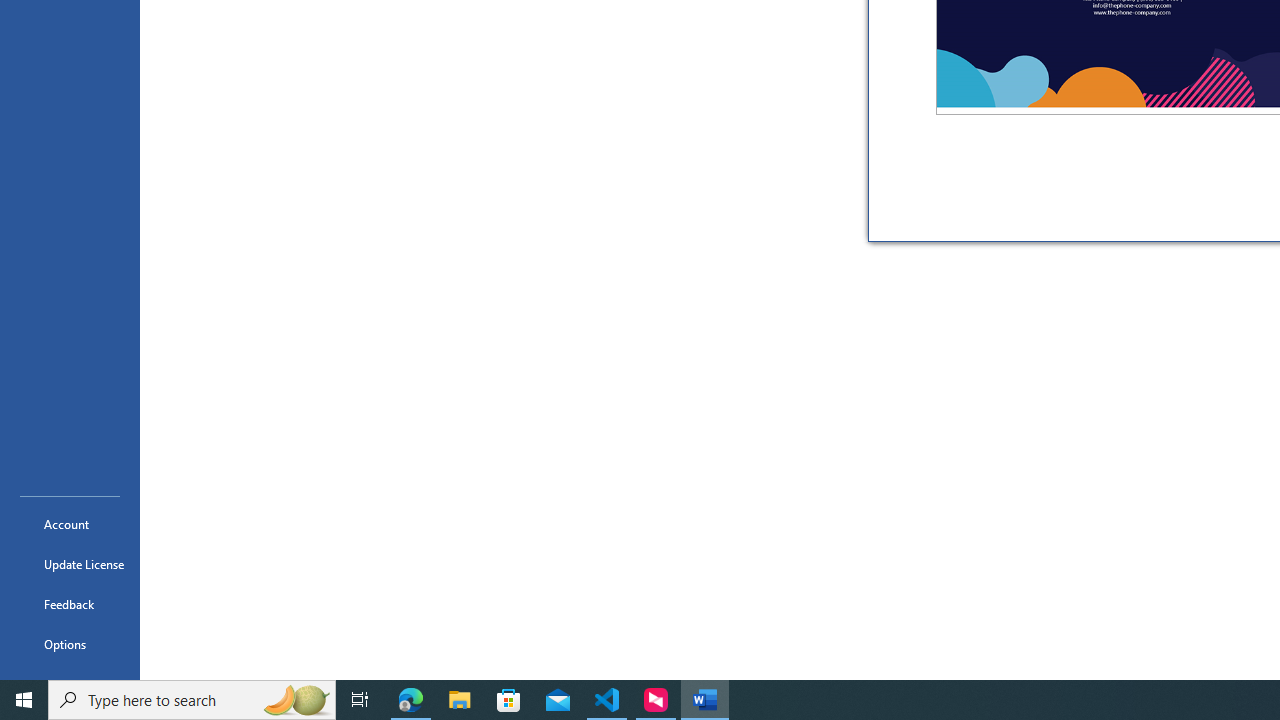 This screenshot has height=720, width=1280. What do you see at coordinates (24, 698) in the screenshot?
I see `'Start'` at bounding box center [24, 698].